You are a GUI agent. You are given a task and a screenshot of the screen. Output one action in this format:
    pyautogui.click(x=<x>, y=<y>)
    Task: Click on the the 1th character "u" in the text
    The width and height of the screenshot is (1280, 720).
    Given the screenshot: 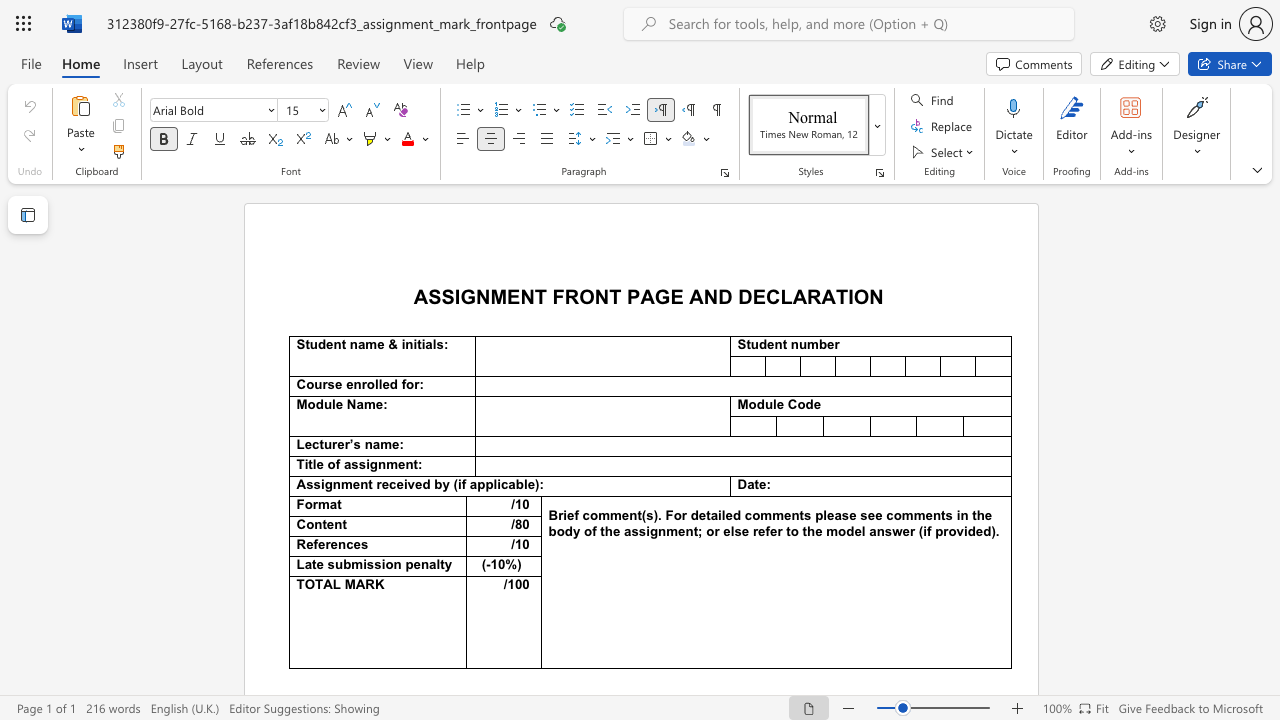 What is the action you would take?
    pyautogui.click(x=753, y=343)
    